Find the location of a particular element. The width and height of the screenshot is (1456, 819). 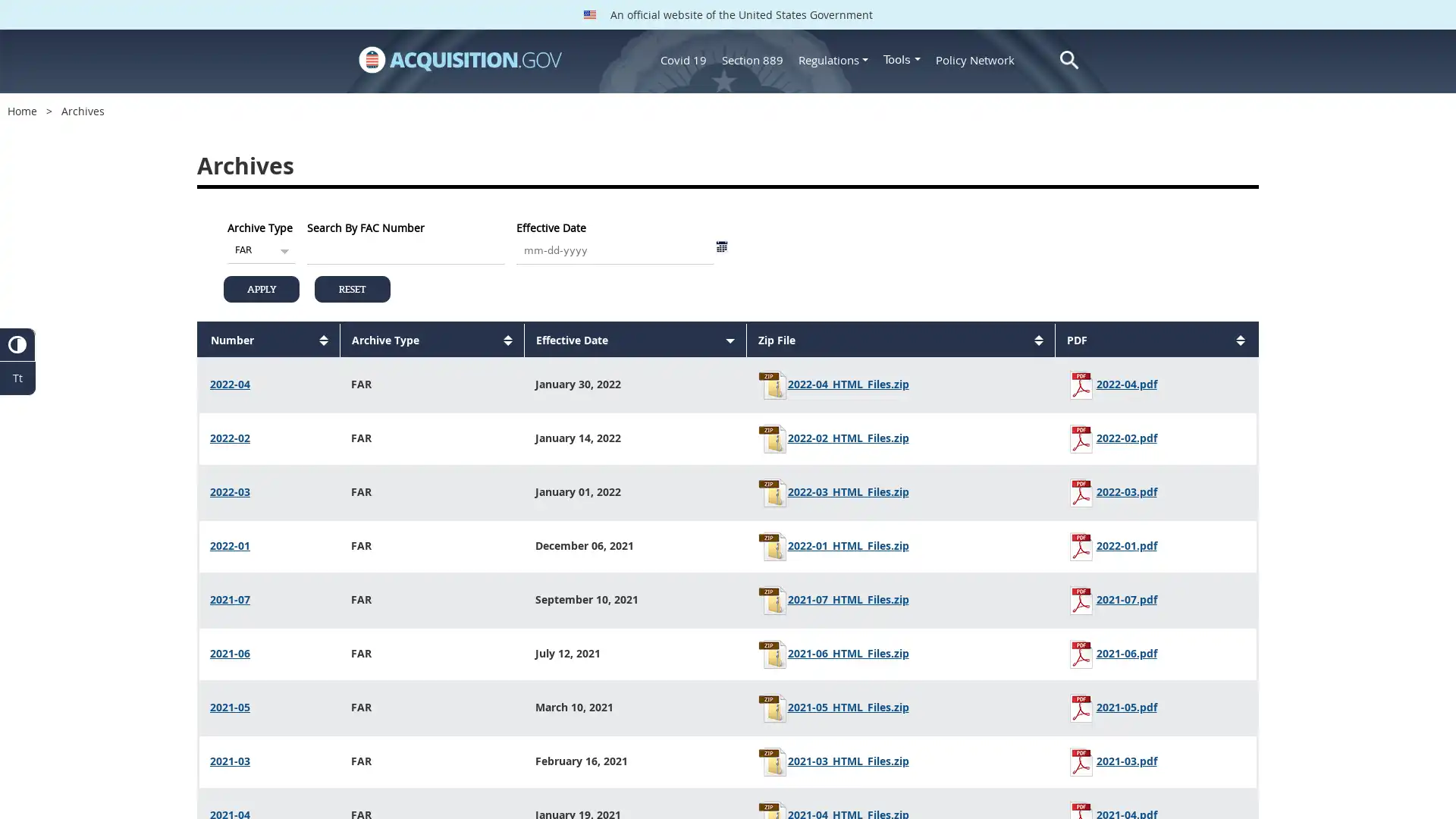

Reset is located at coordinates (352, 289).